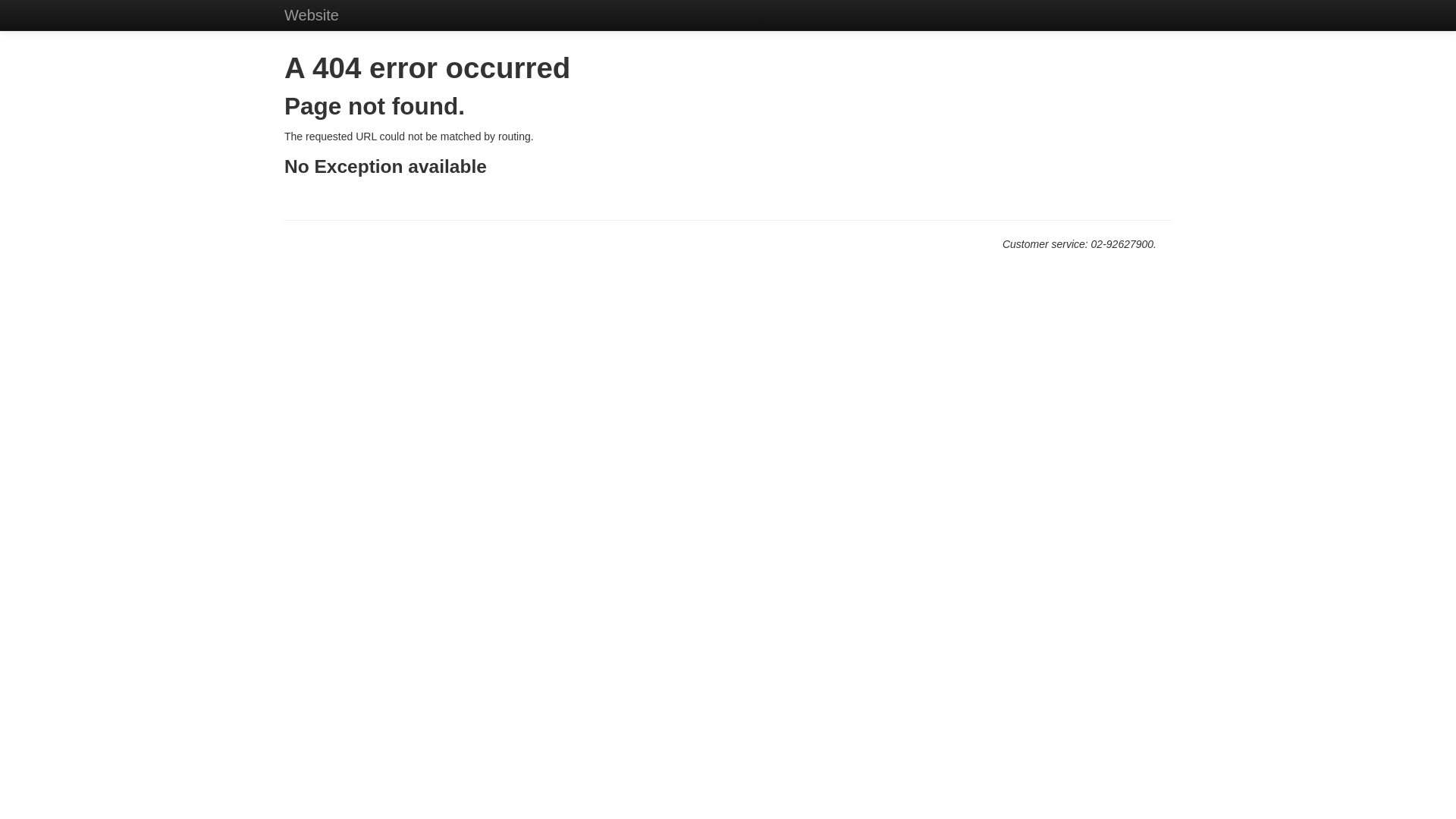  What do you see at coordinates (311, 14) in the screenshot?
I see `'Website'` at bounding box center [311, 14].